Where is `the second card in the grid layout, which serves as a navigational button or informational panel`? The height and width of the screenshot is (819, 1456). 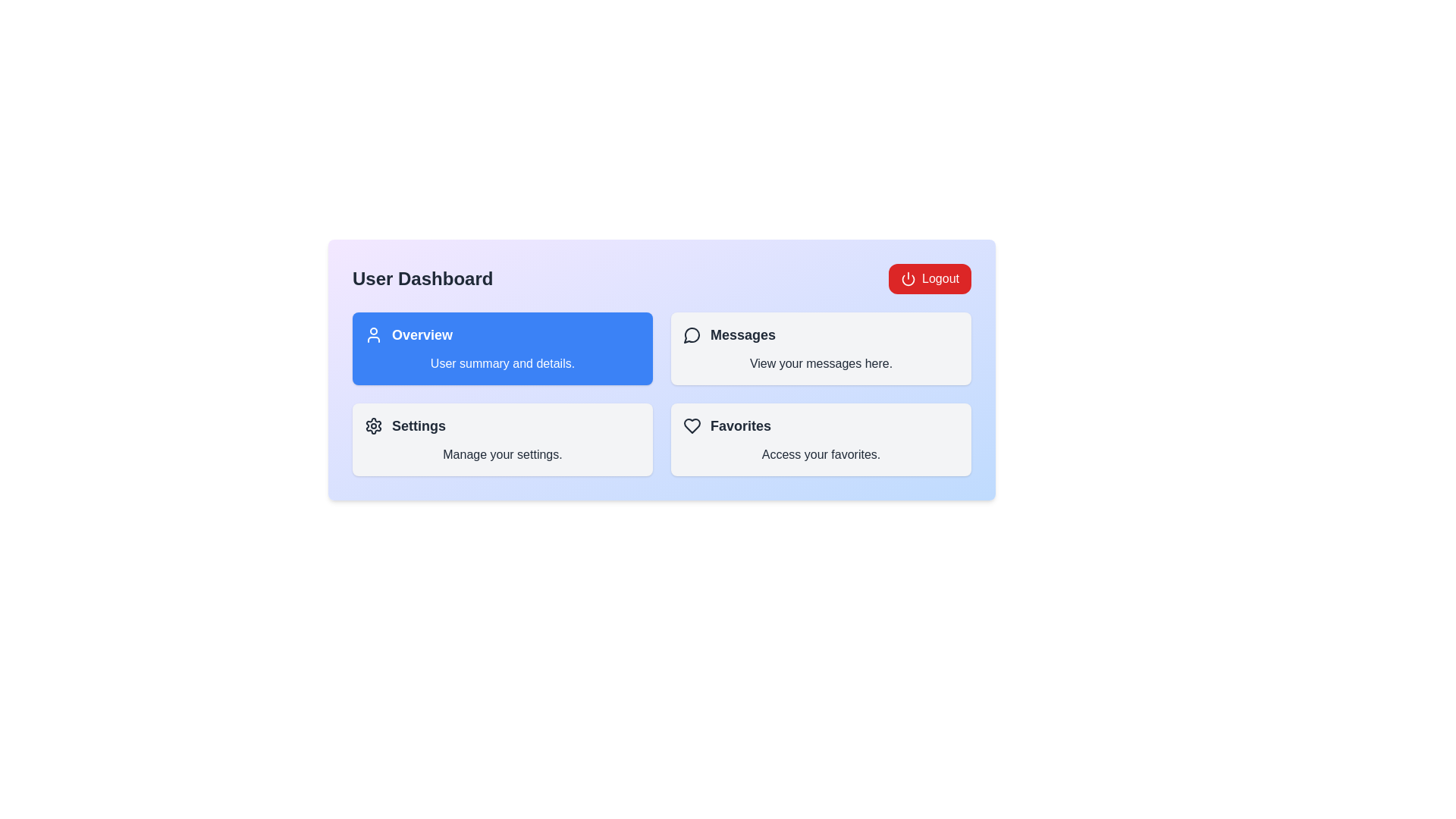 the second card in the grid layout, which serves as a navigational button or informational panel is located at coordinates (821, 348).